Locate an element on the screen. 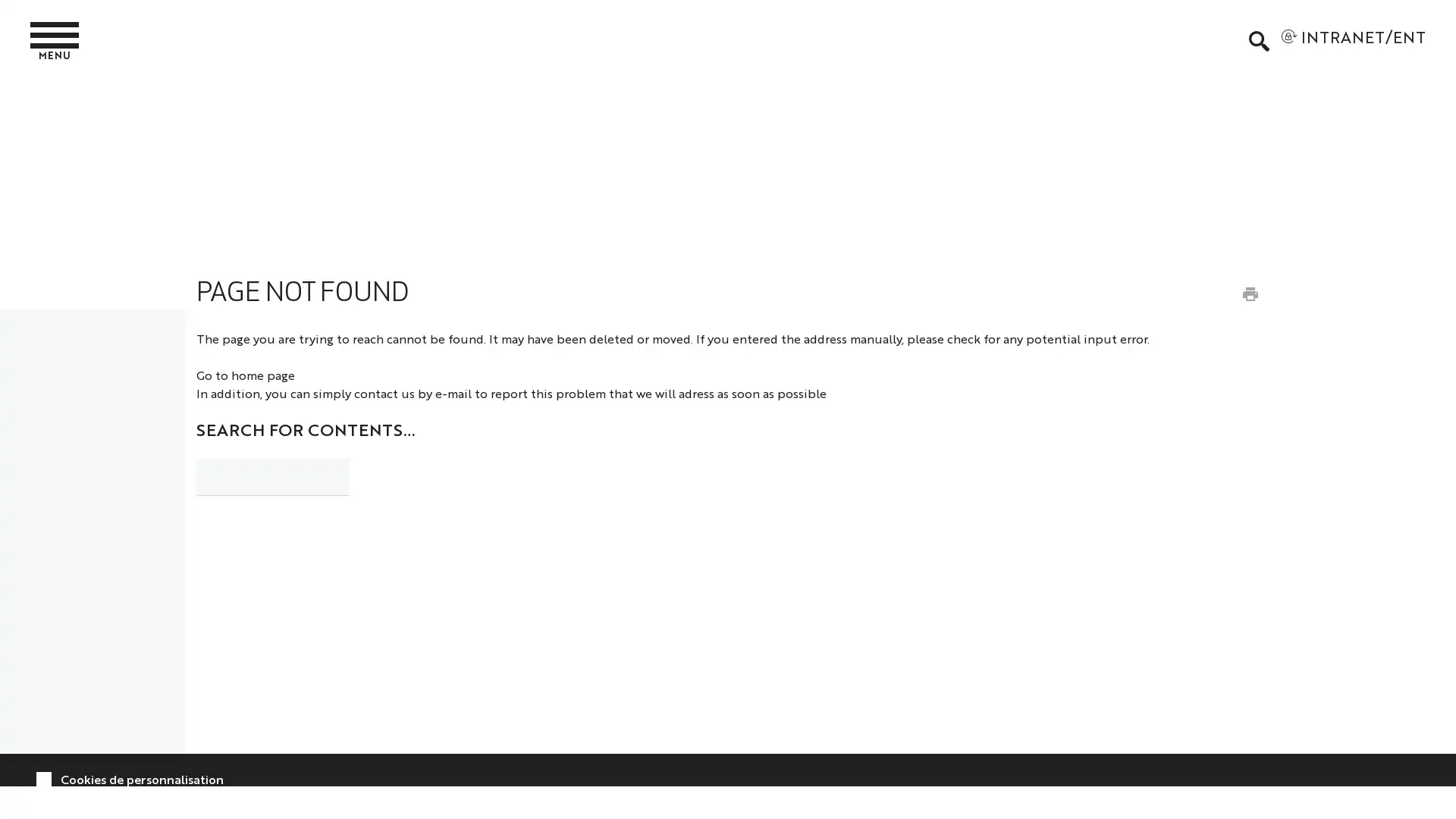 The width and height of the screenshot is (1456, 819). OPEN MENU MENU is located at coordinates (61, 39).